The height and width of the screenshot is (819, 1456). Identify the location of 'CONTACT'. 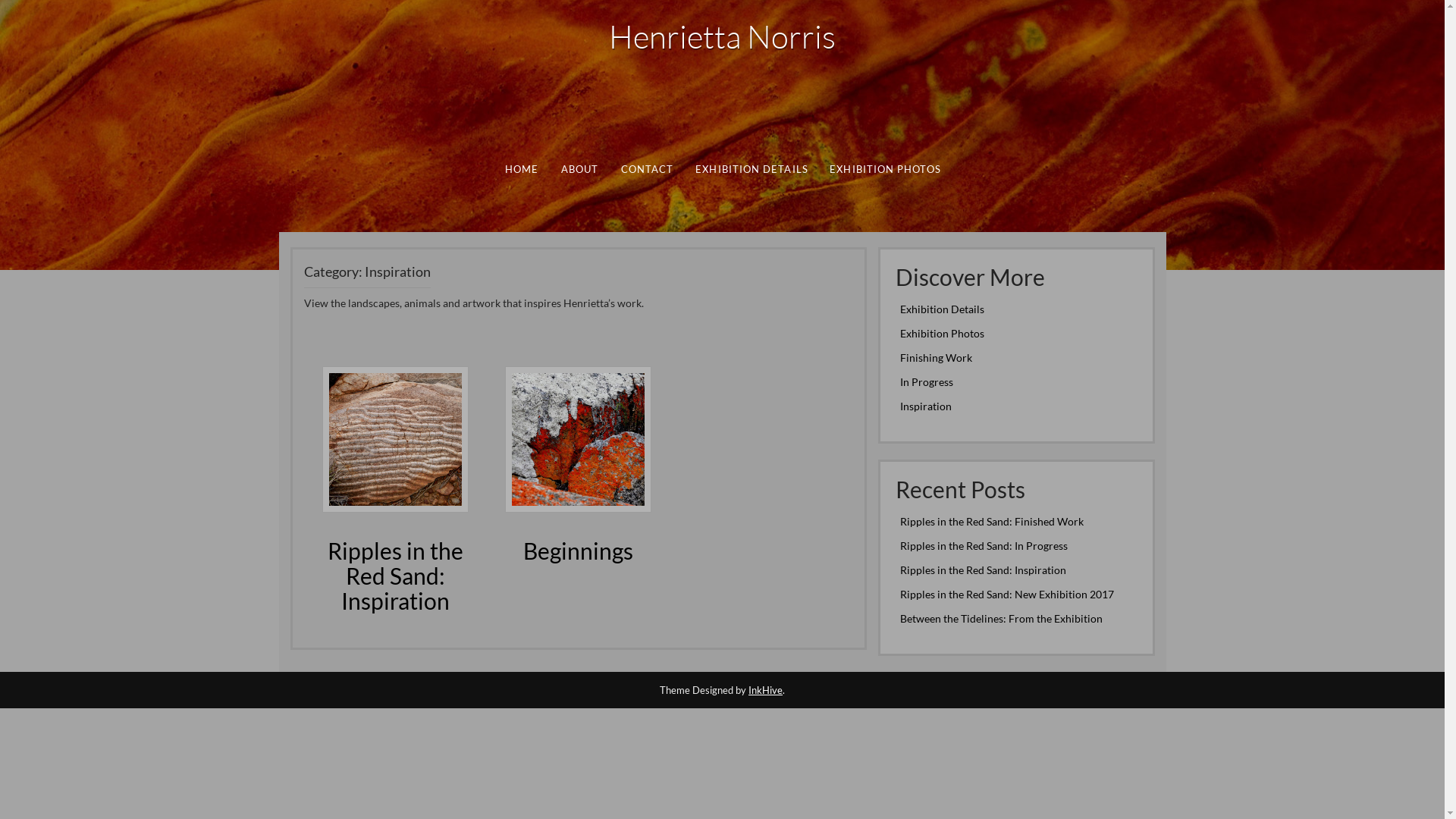
(646, 169).